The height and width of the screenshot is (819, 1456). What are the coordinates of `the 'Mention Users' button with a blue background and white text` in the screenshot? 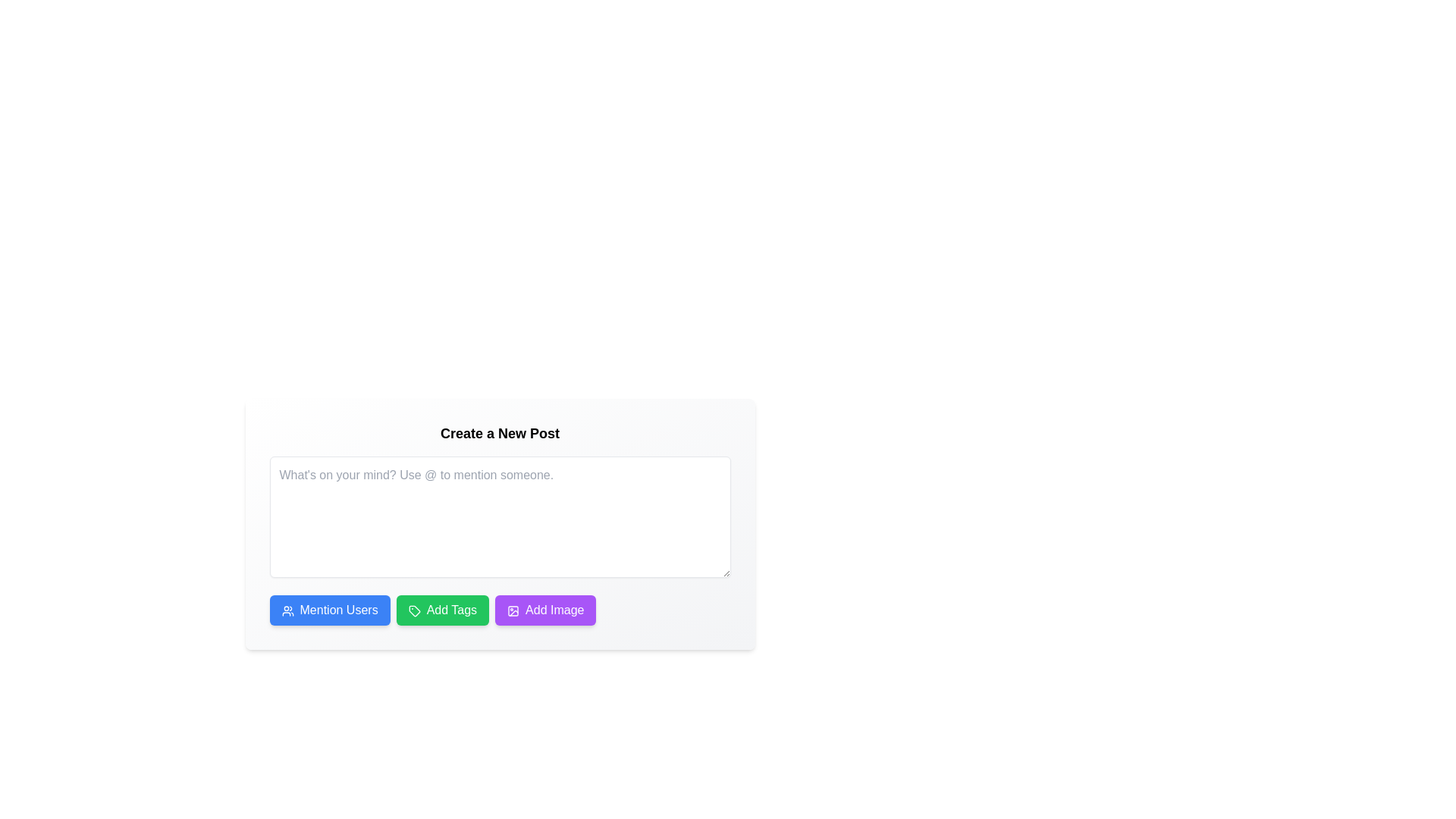 It's located at (329, 610).